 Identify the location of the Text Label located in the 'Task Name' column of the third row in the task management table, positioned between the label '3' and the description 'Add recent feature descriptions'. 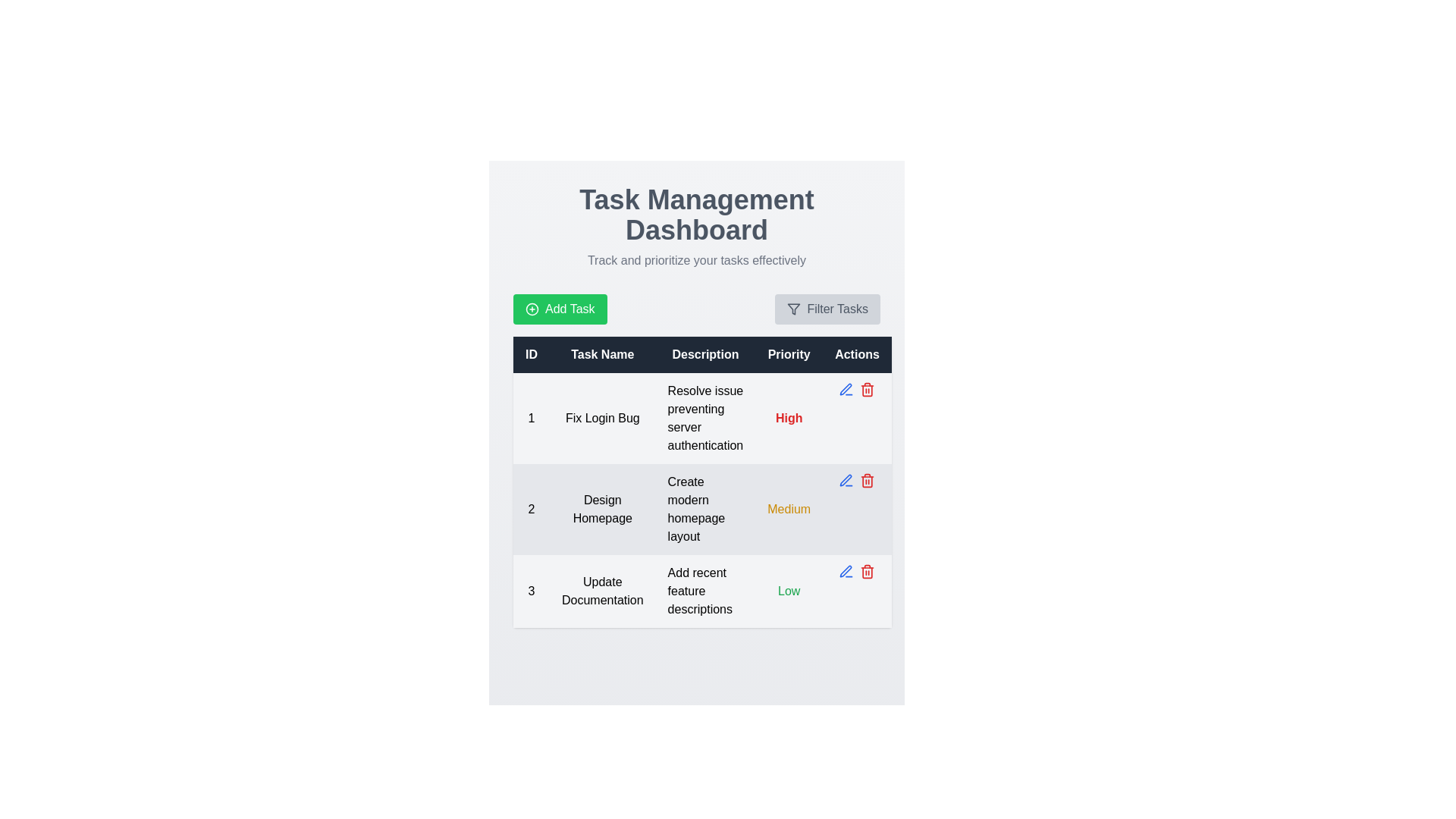
(601, 590).